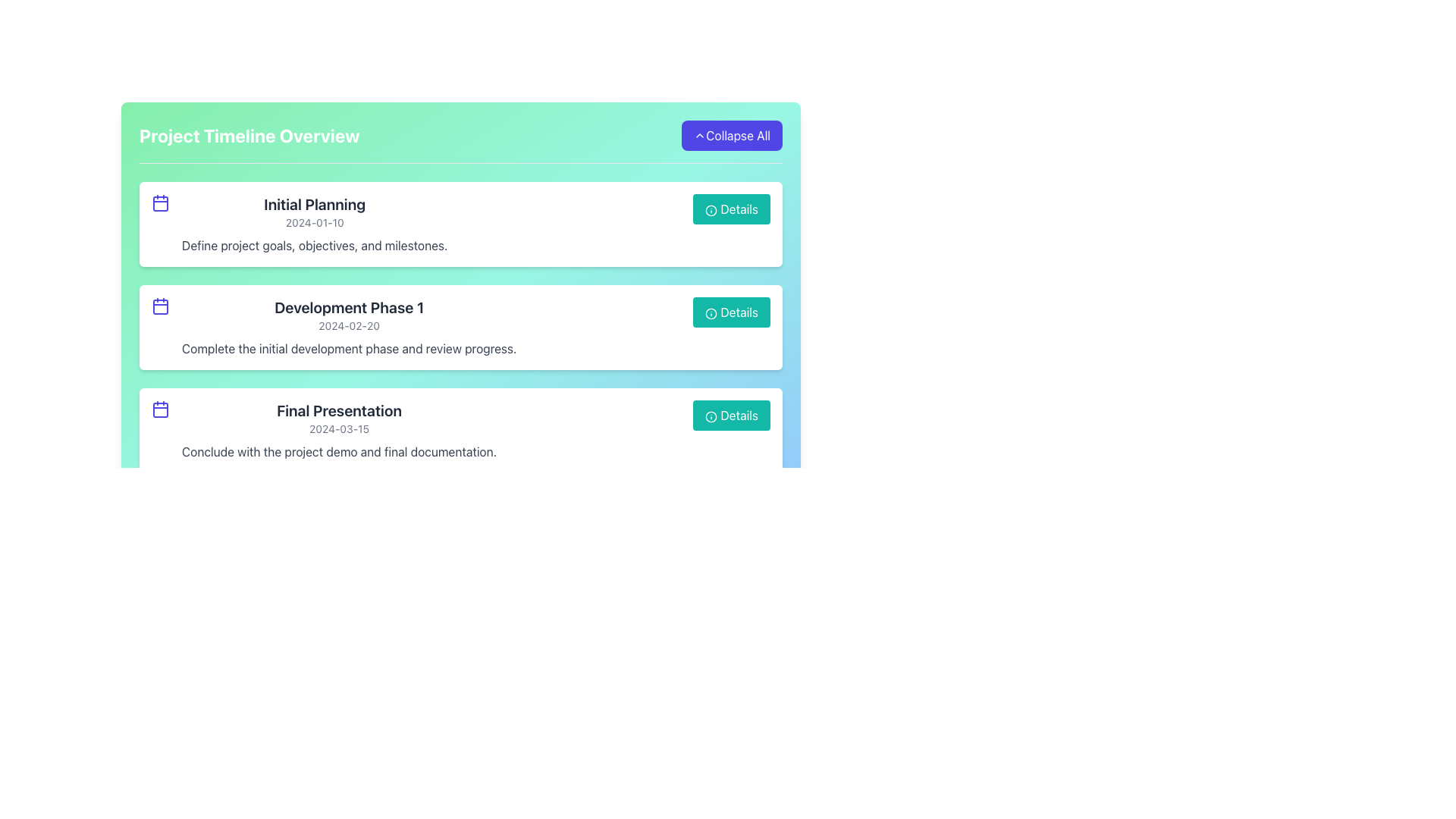 This screenshot has width=1456, height=819. I want to click on the 'Details' button that contains the circular information icon with a teal background and white 'i' inside, located at the bottom right of the 'Final Presentation' card in the Project Timeline Overview section, so click(710, 416).